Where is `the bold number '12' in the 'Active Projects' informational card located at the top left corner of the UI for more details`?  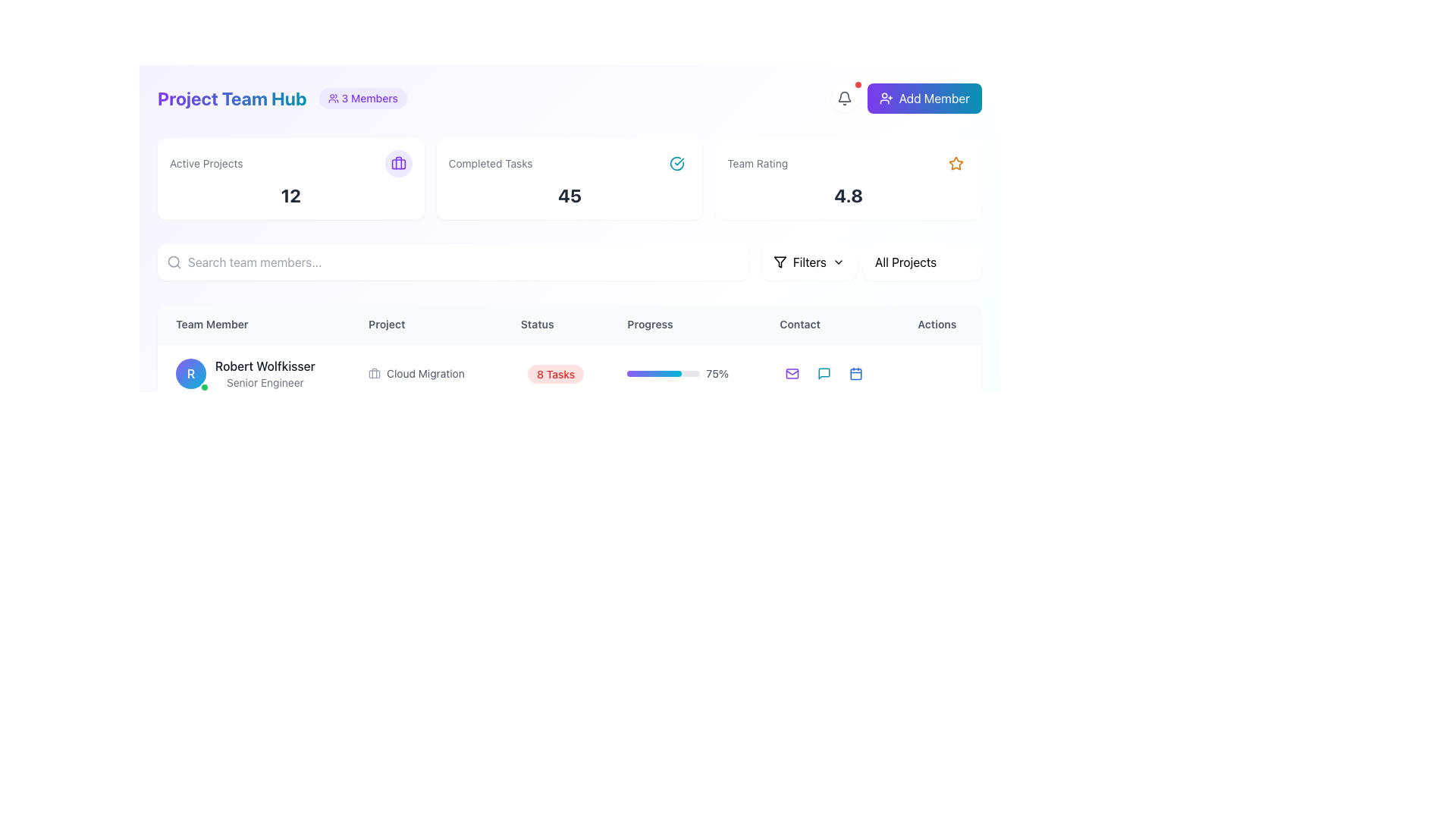 the bold number '12' in the 'Active Projects' informational card located at the top left corner of the UI for more details is located at coordinates (290, 177).